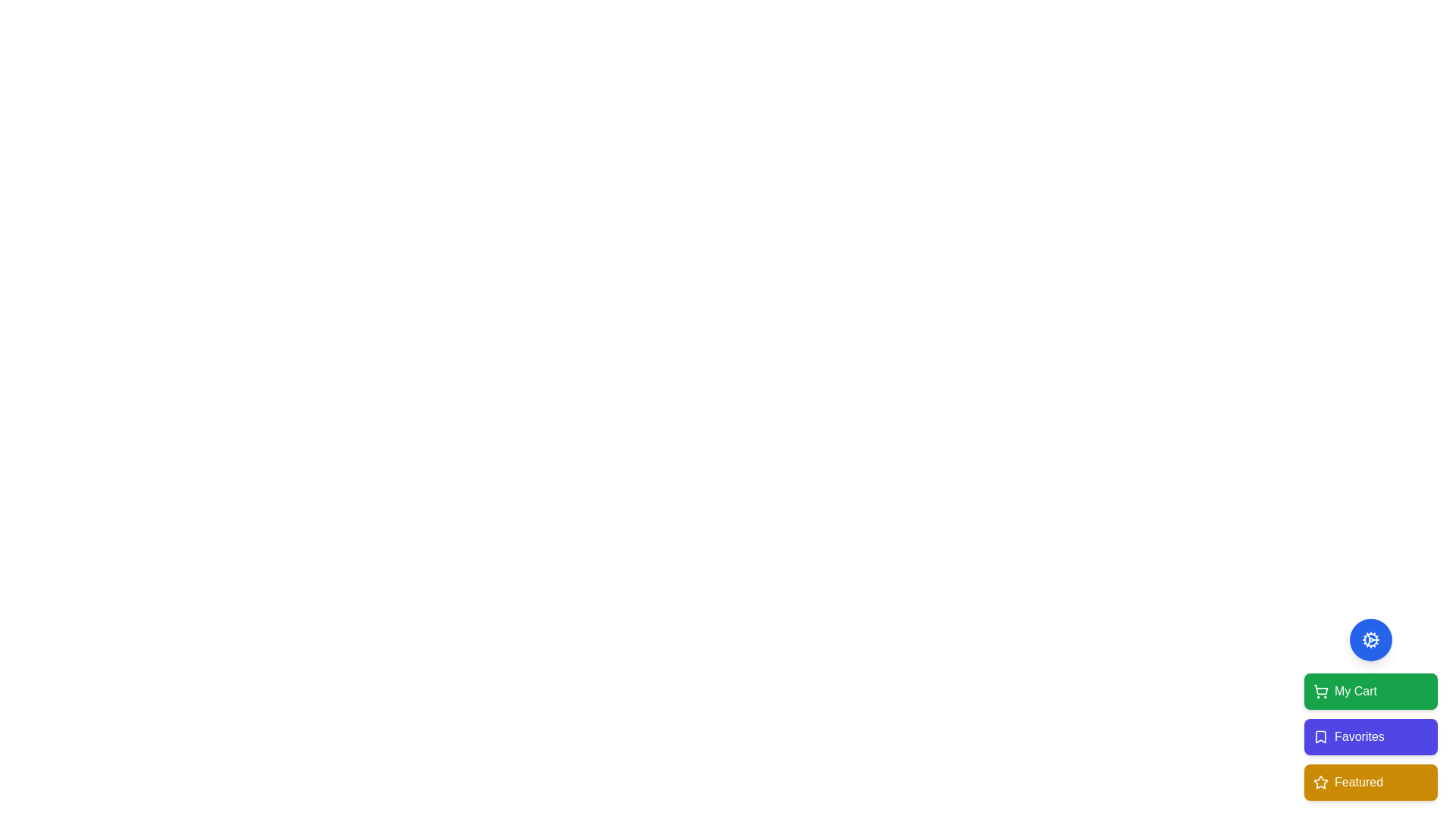 The width and height of the screenshot is (1456, 819). What do you see at coordinates (1358, 783) in the screenshot?
I see `text label for the 'Featured' button, which is positioned to the right of the star icon and indicates its purpose to highlight or filter featured items` at bounding box center [1358, 783].